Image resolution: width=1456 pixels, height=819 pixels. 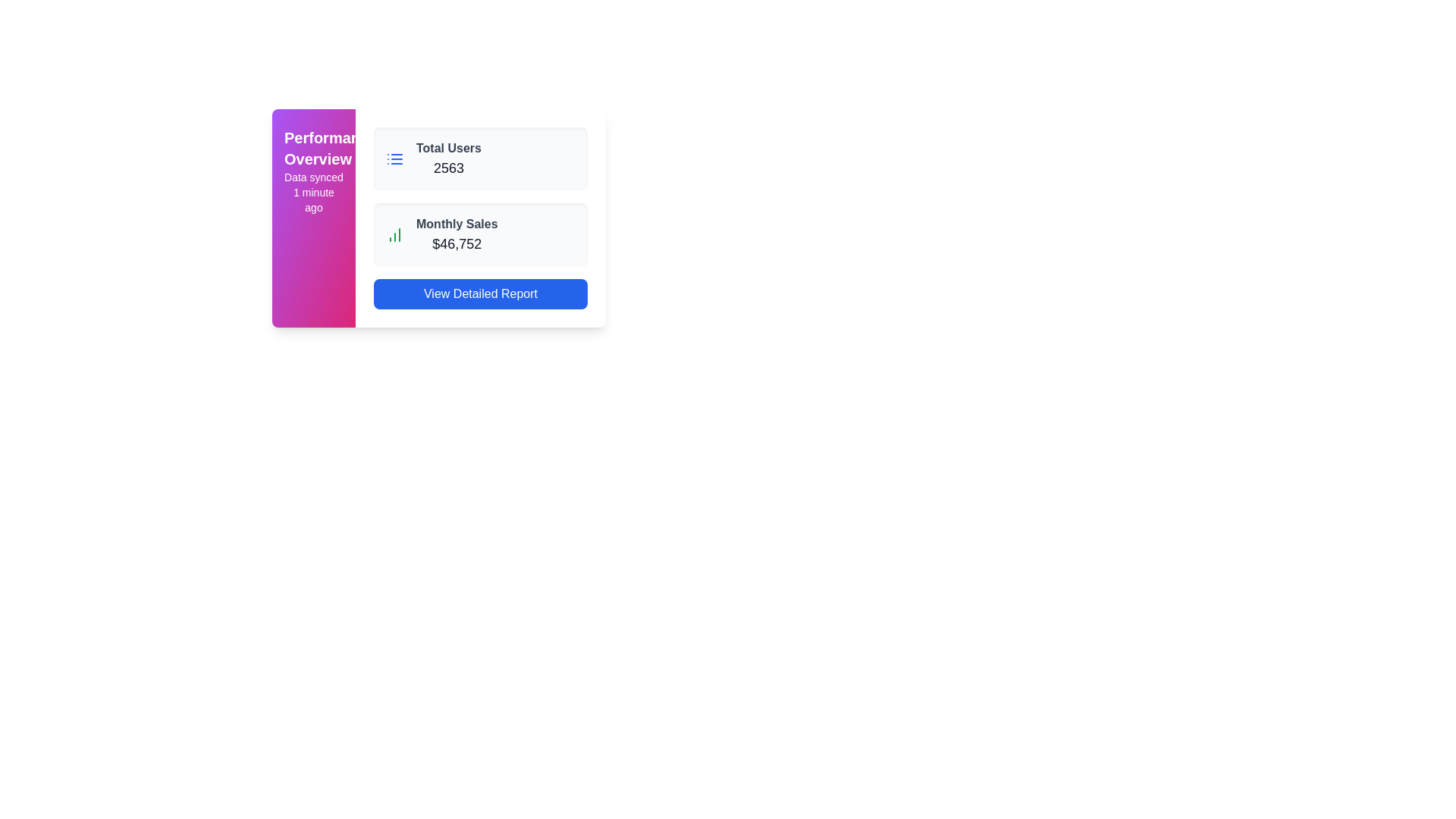 I want to click on the vertical bar chart icon located to the left of the 'Monthly Sales' section, which features three green bars of varying heights, so click(x=395, y=234).